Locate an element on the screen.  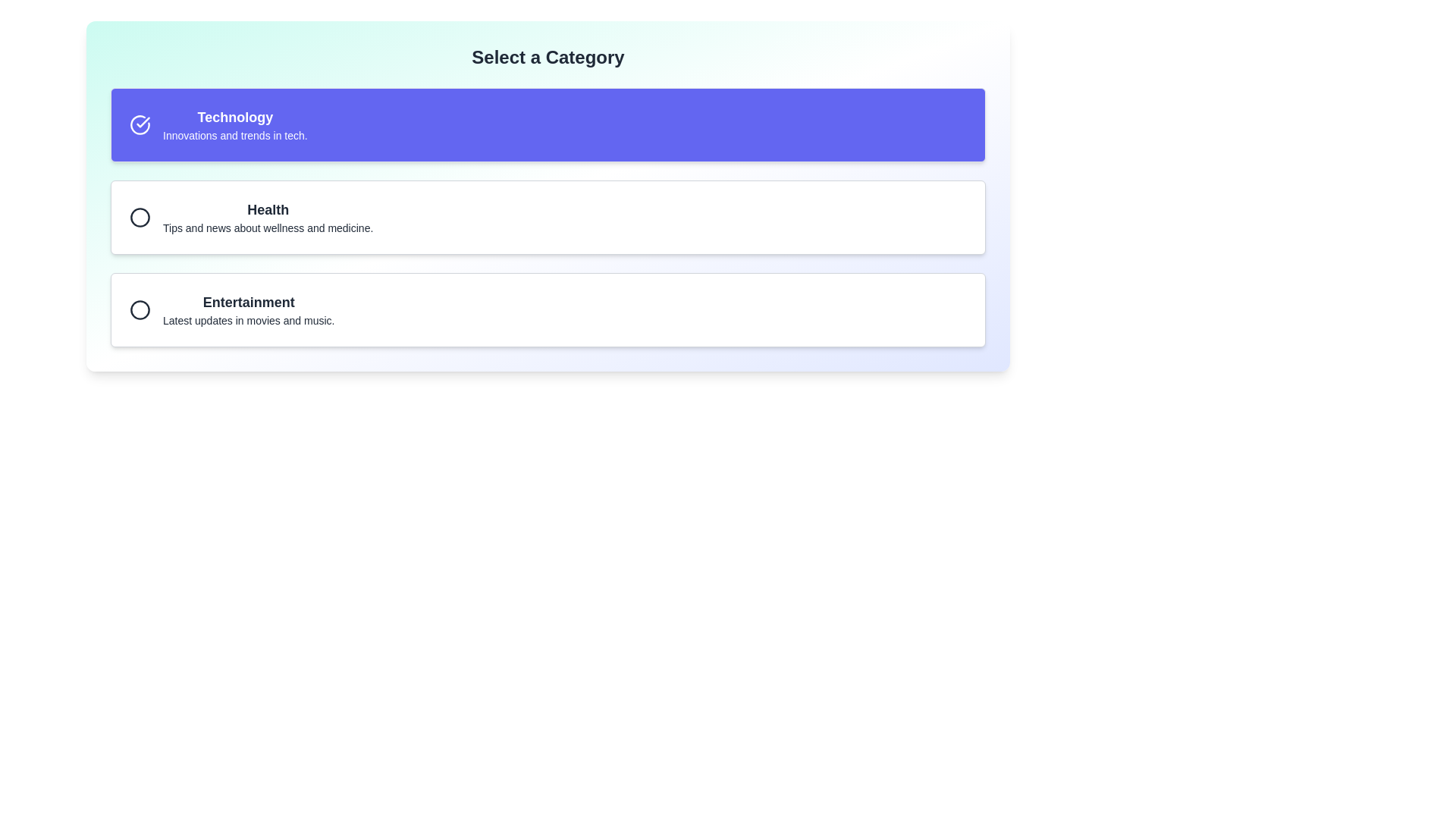
the checkmark icon inside a circular outline located to the left of the 'Technology' category selection panel is located at coordinates (143, 121).